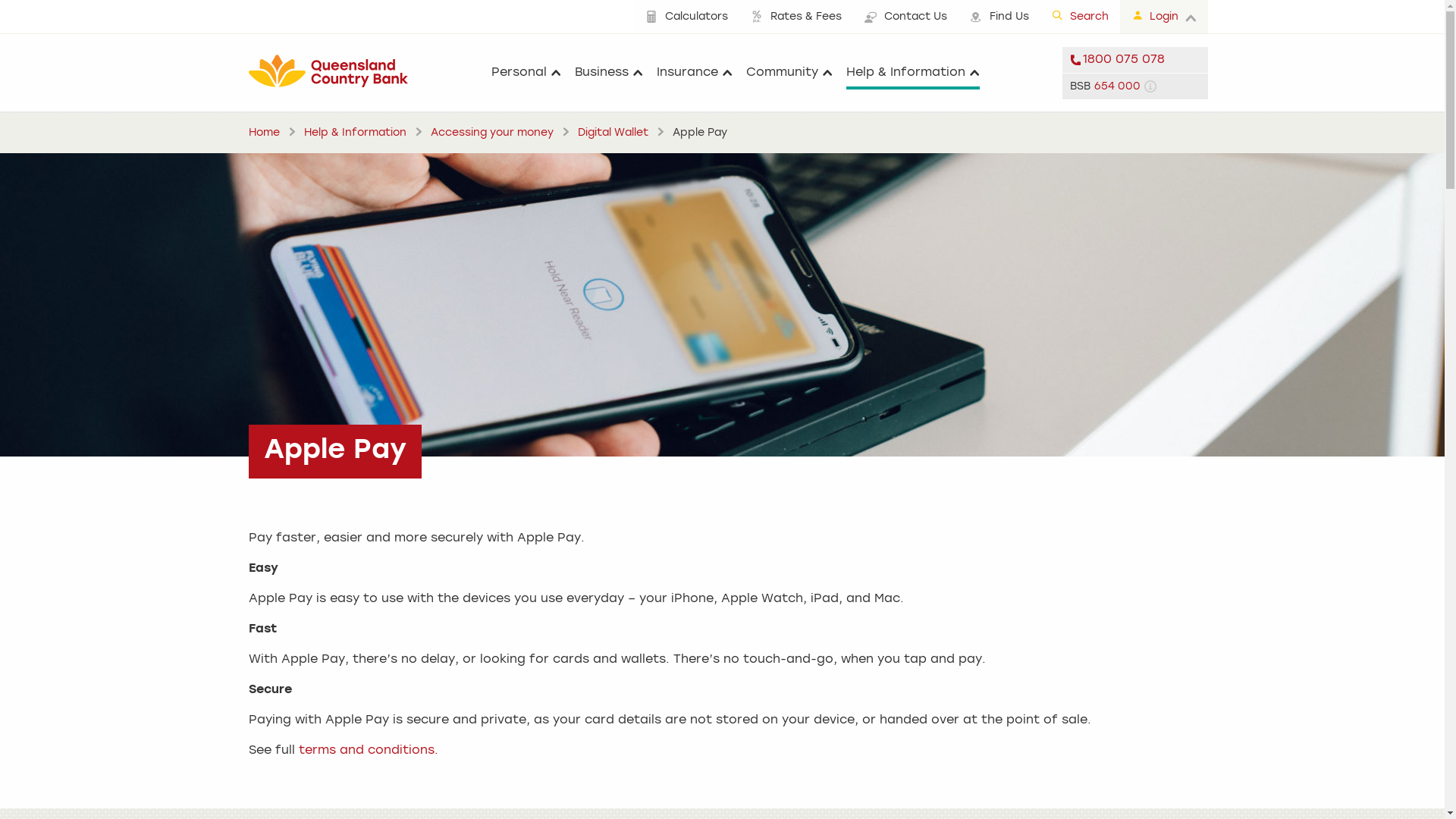 The width and height of the screenshot is (1456, 819). Describe the element at coordinates (574, 73) in the screenshot. I see `'Business'` at that location.